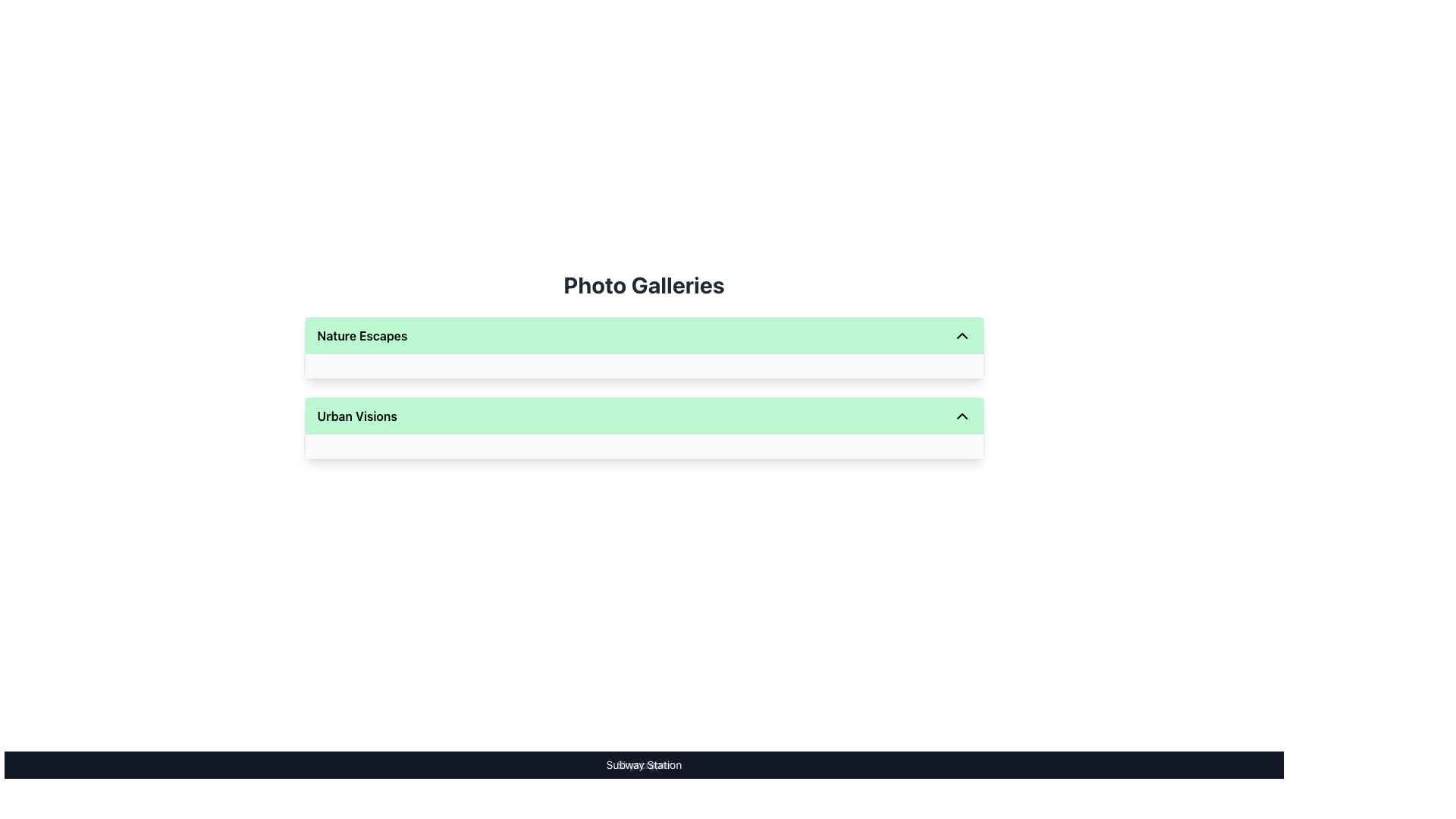 This screenshot has height=819, width=1456. What do you see at coordinates (961, 335) in the screenshot?
I see `the toggle button located at the rightmost edge of the 'Nature Escapes' section` at bounding box center [961, 335].